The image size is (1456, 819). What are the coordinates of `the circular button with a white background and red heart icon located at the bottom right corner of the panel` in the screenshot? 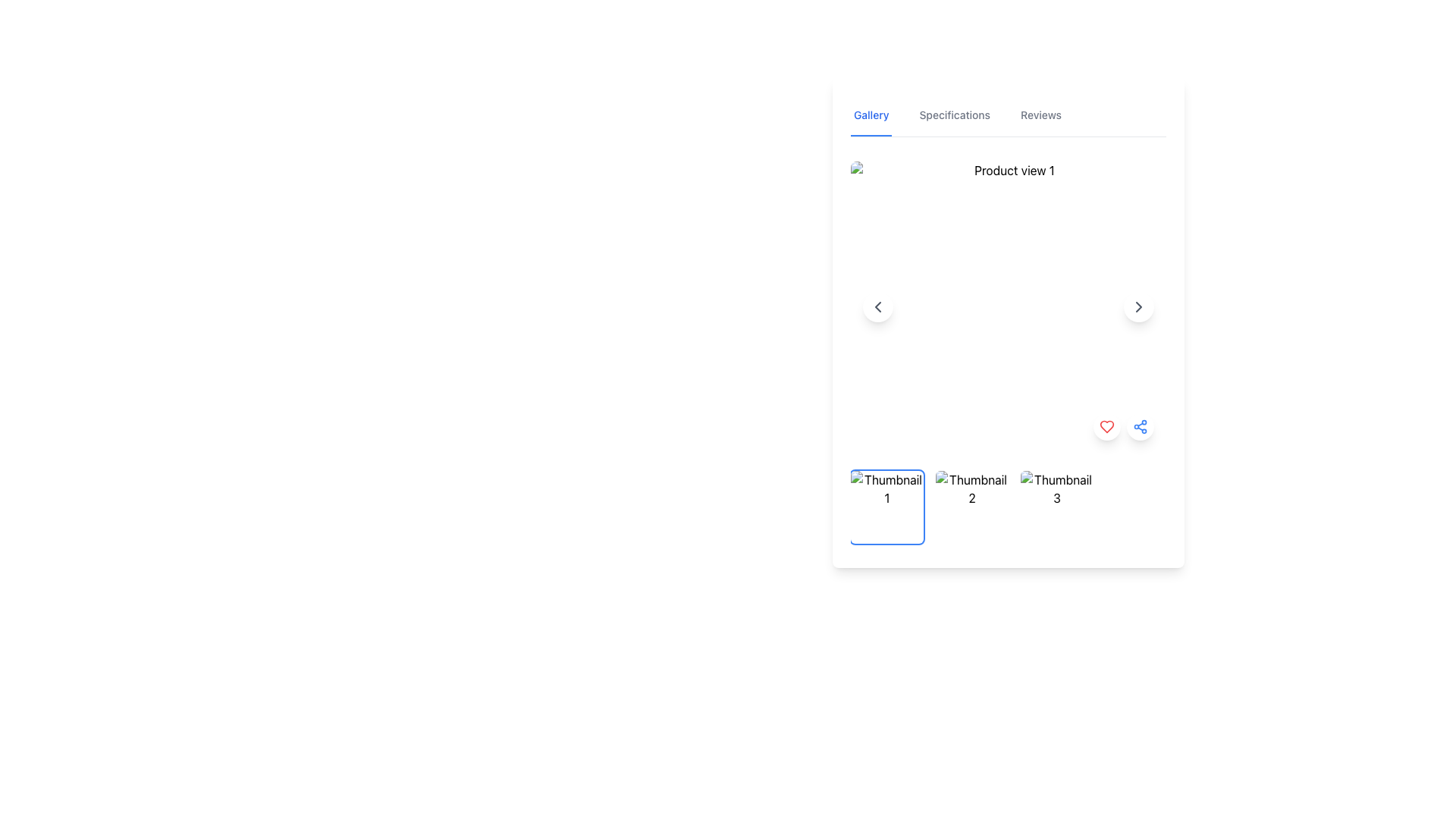 It's located at (1106, 427).